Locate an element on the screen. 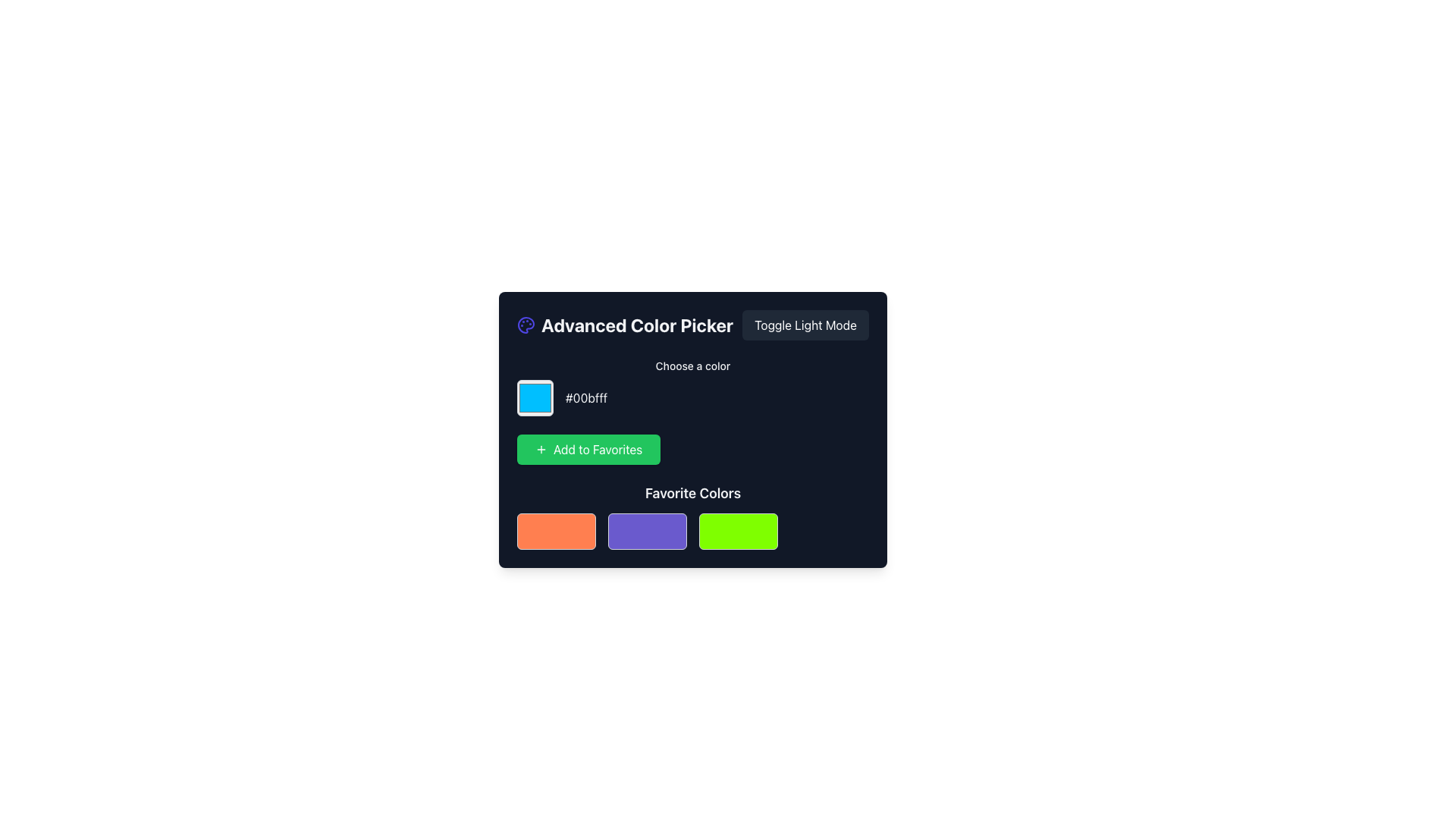  the orange color tile from the 'Favorite Colors' section is located at coordinates (556, 531).